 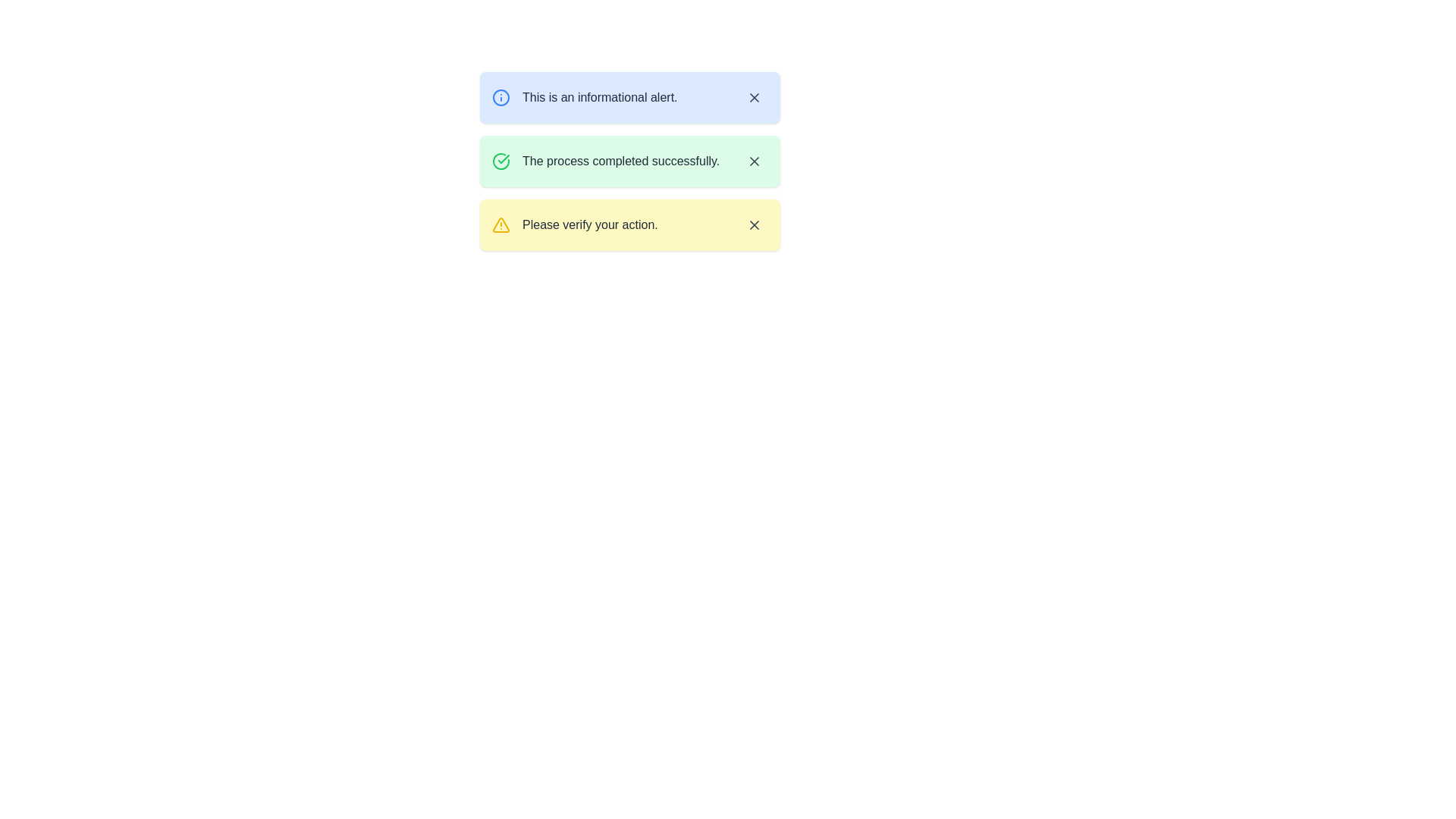 What do you see at coordinates (629, 97) in the screenshot?
I see `informational message from the blue notification alert banner containing the text 'This is an informational alert.'` at bounding box center [629, 97].